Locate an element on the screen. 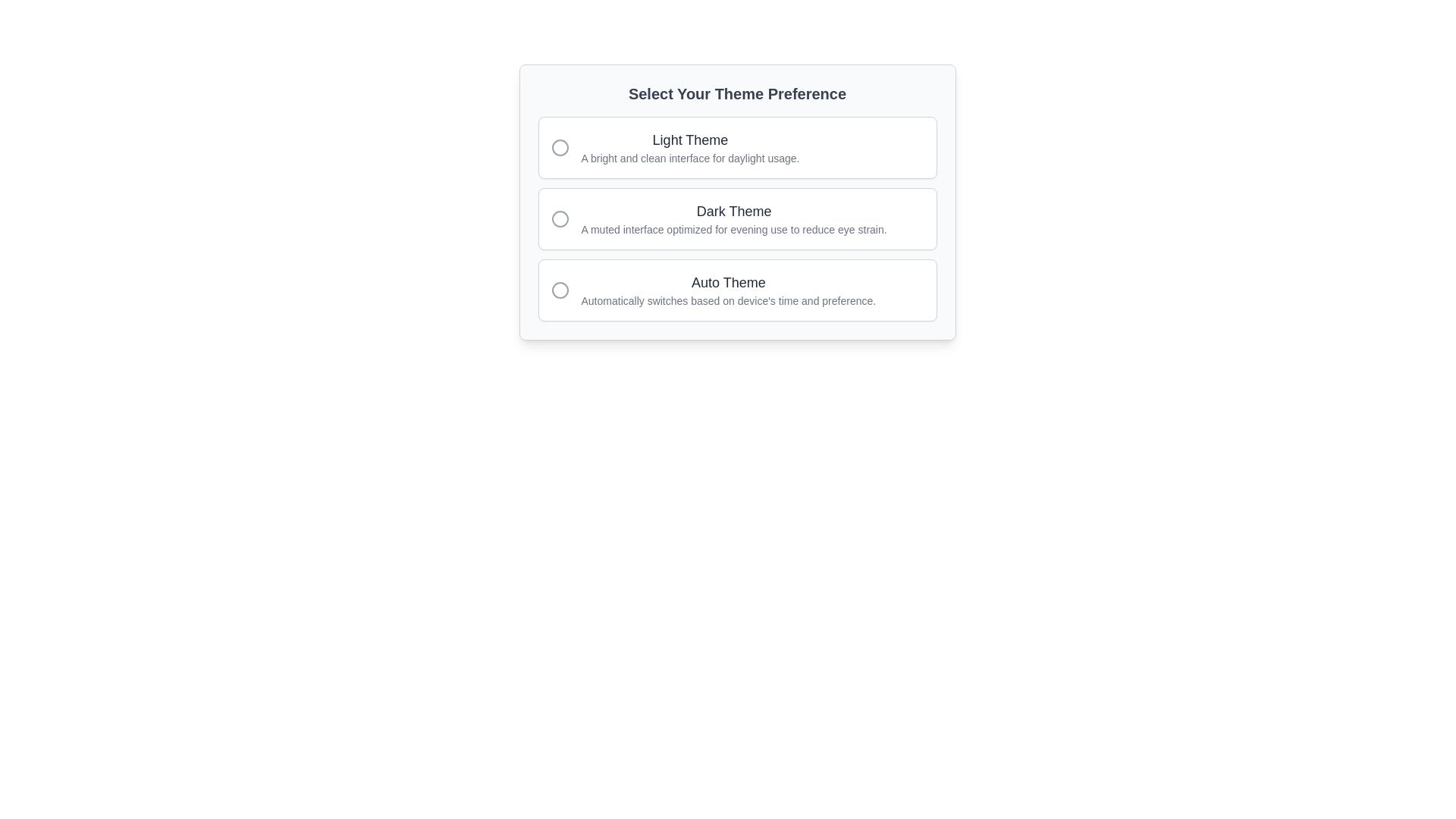  the descriptive text element that explains the 'Auto Theme' option, which is located beneath the 'Auto Theme' title text in the theme preferences panel is located at coordinates (728, 301).